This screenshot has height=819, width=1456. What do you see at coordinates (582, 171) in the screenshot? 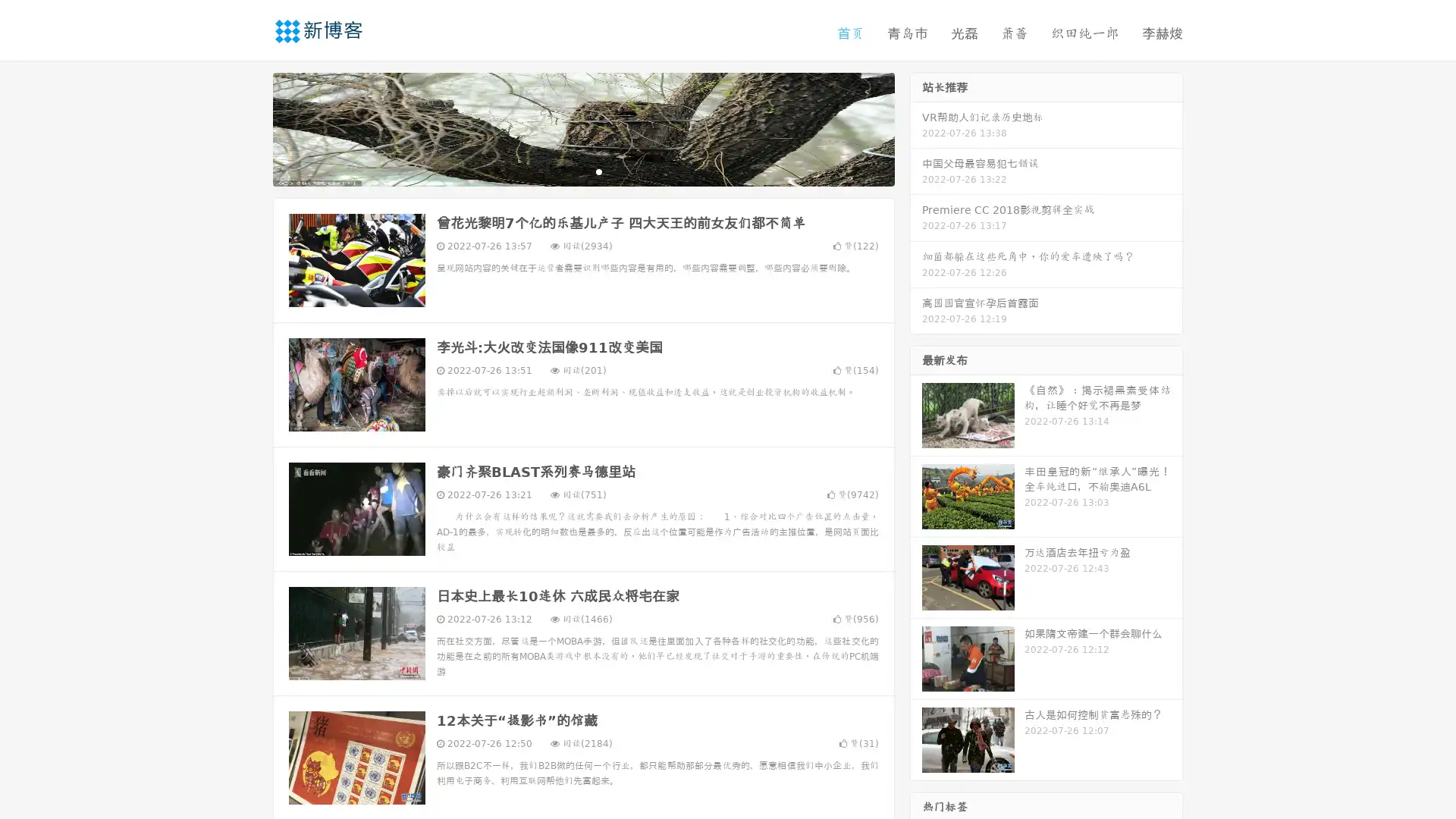
I see `Go to slide 2` at bounding box center [582, 171].